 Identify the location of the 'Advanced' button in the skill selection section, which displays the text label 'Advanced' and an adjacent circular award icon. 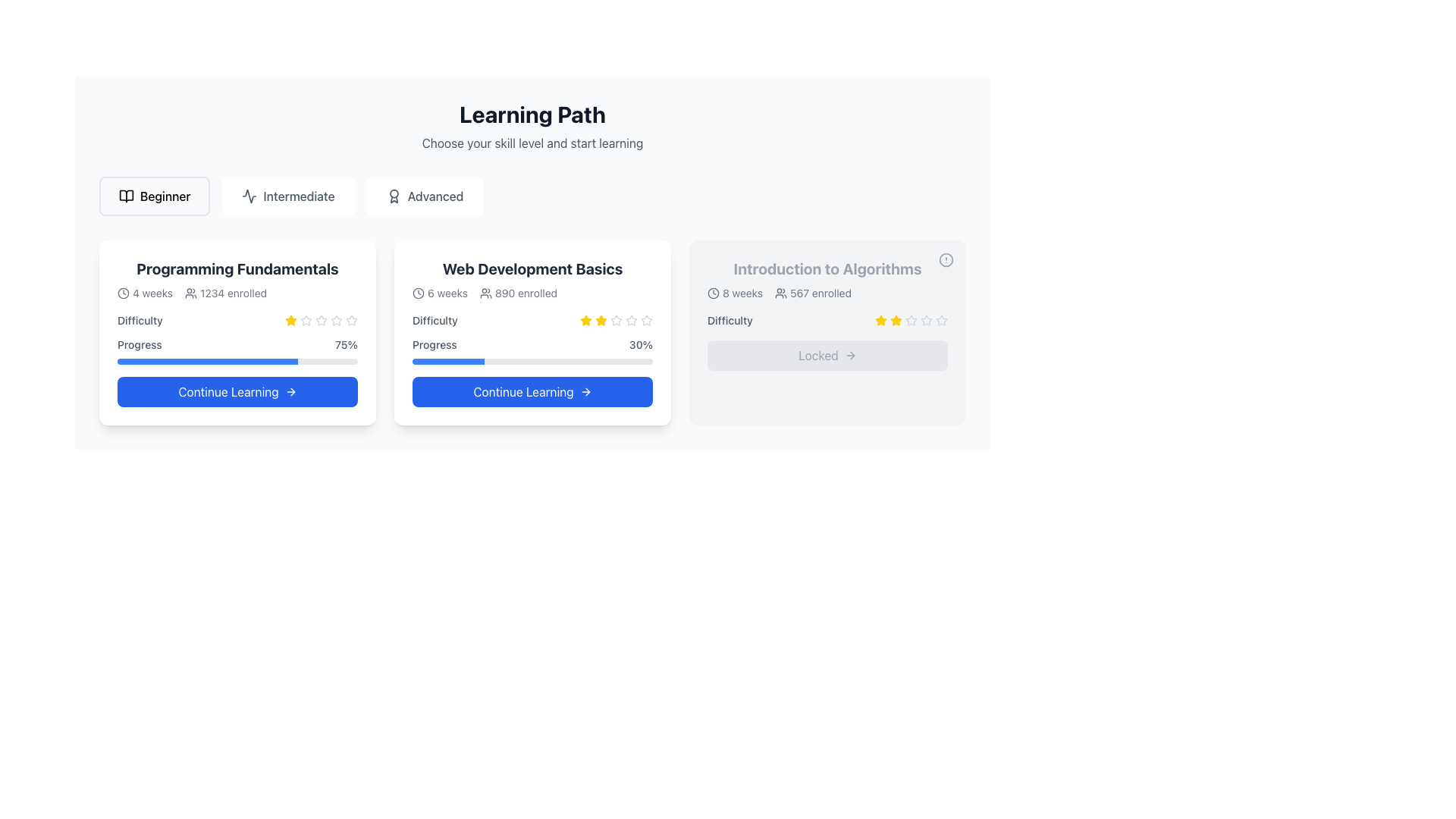
(425, 195).